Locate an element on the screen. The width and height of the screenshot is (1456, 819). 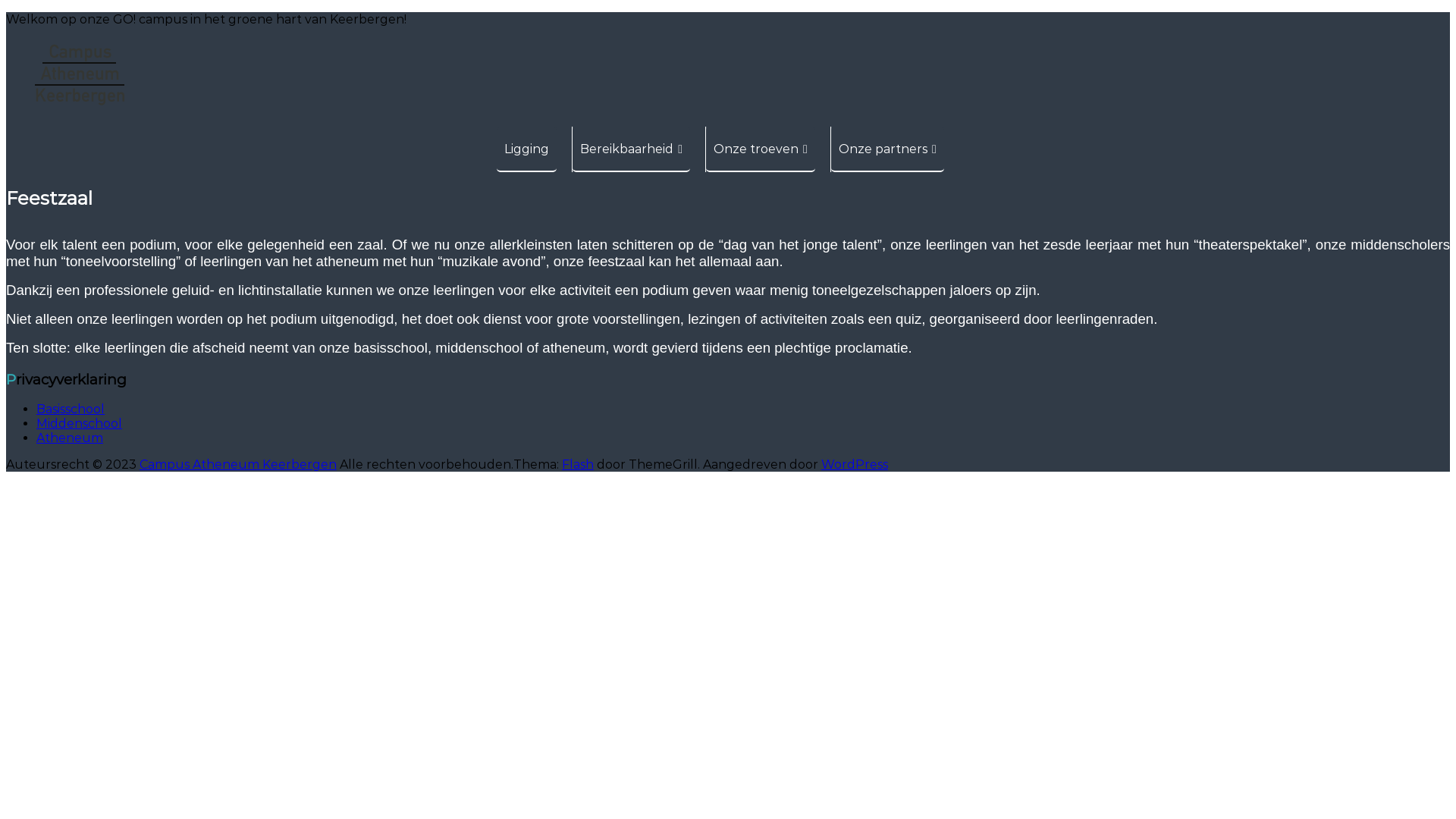
'Atheneum' is located at coordinates (68, 438).